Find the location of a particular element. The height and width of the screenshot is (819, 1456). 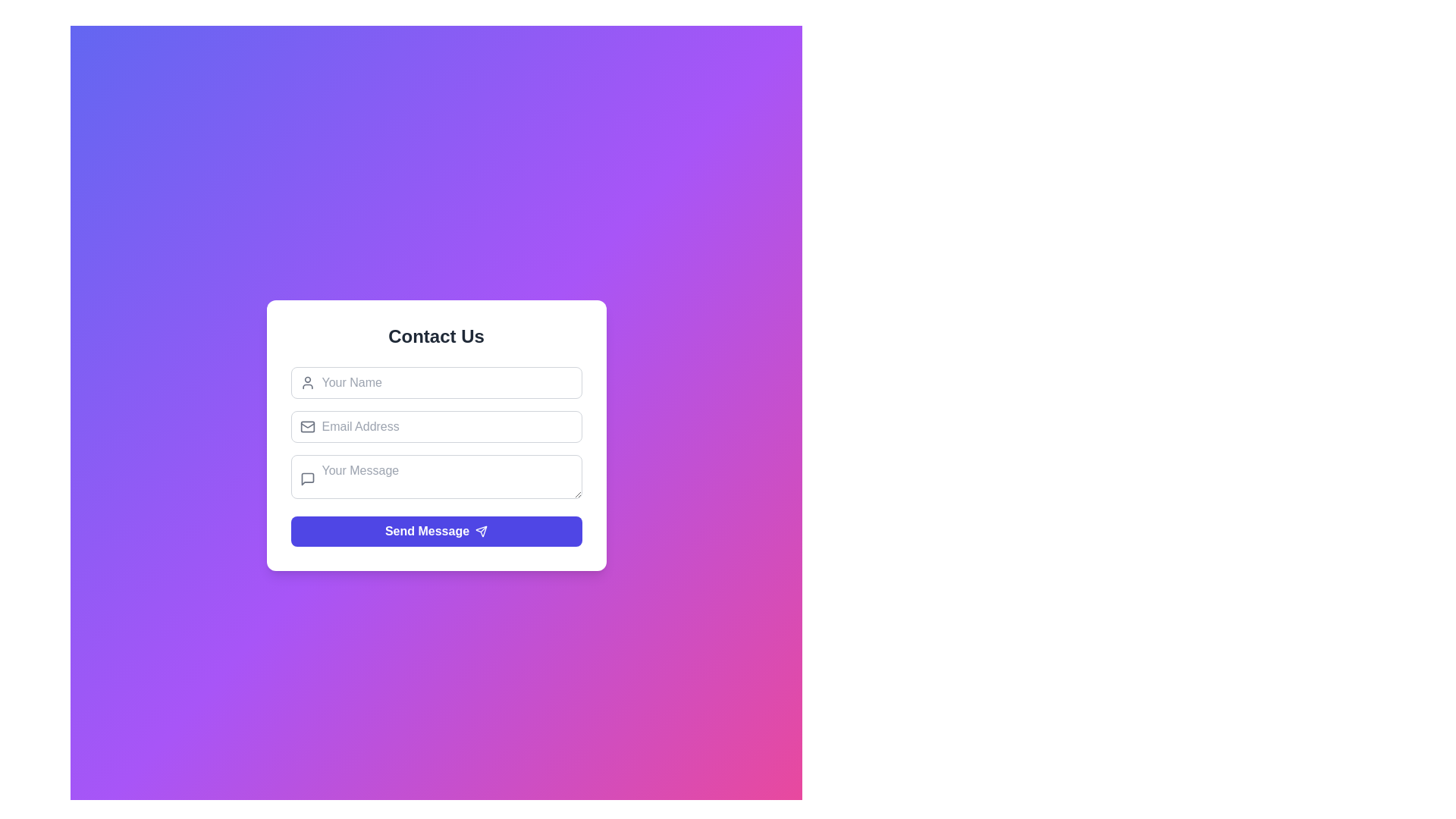

inside the email input field located in the 'Contact Us' form to focus on it, which is the second input field below 'Your Name' and above 'Your Message' is located at coordinates (435, 426).